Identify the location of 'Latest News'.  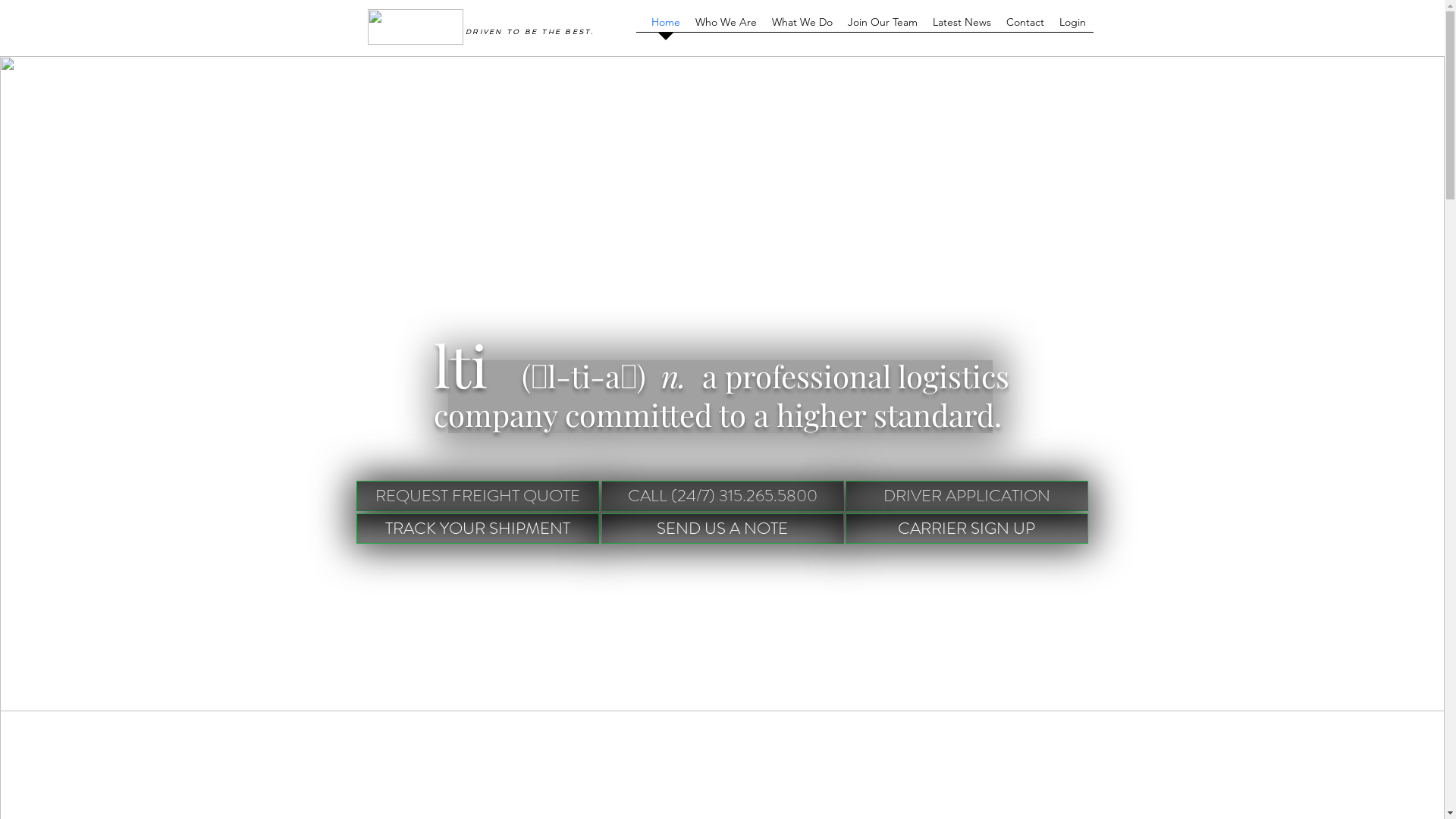
(924, 27).